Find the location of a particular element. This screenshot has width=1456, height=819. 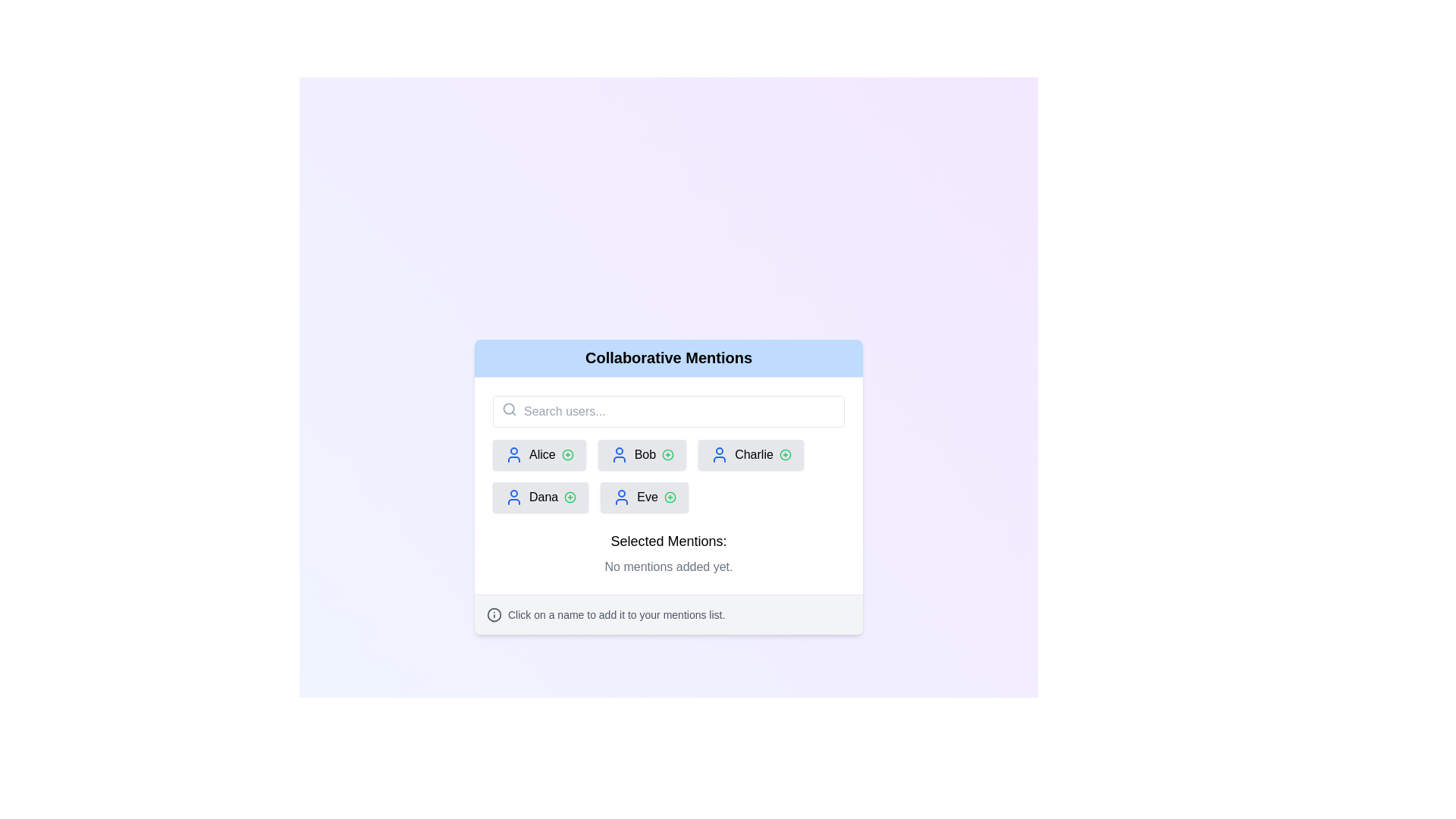

the 'Alice' button is located at coordinates (539, 453).